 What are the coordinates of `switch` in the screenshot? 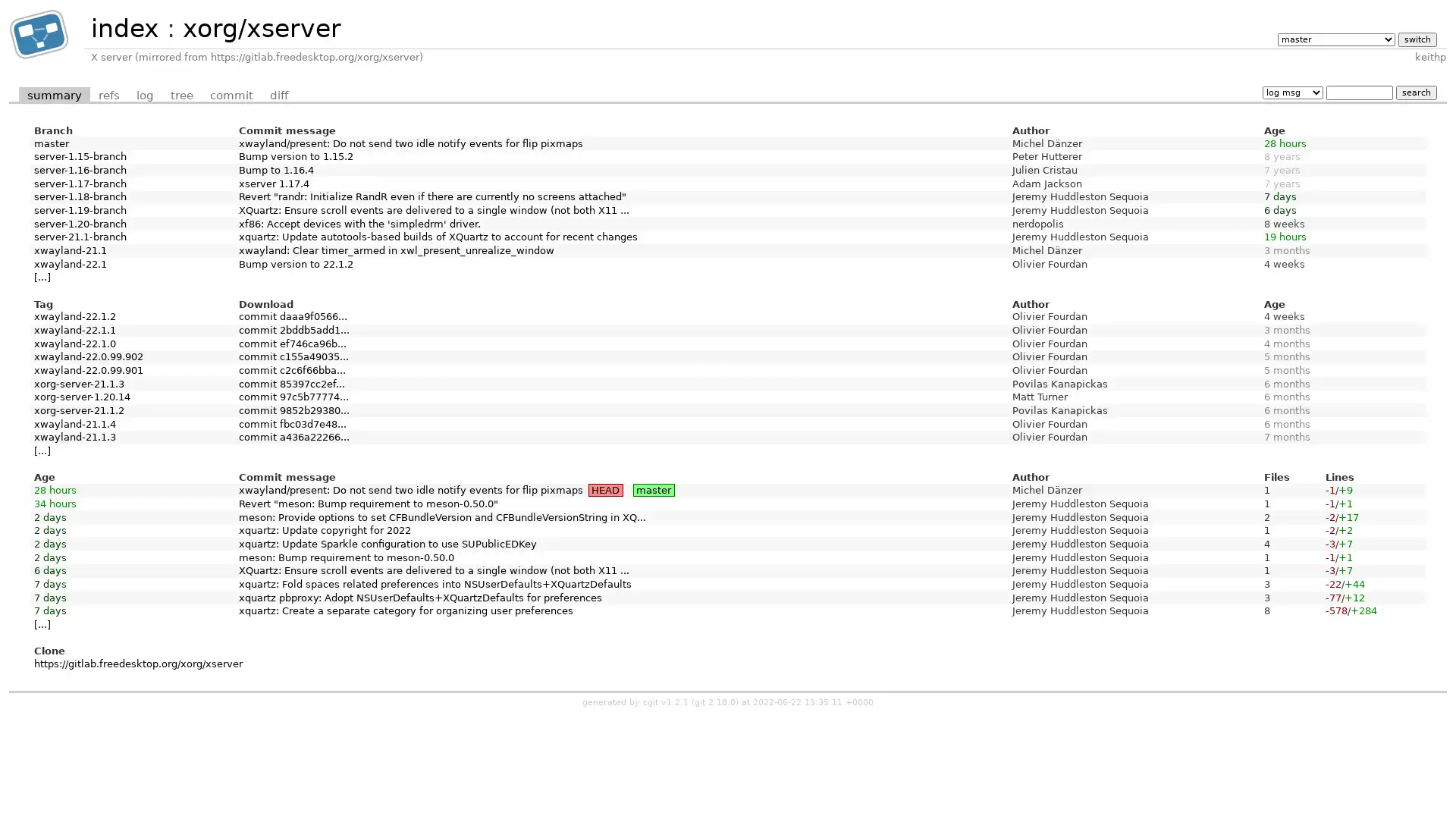 It's located at (1416, 38).